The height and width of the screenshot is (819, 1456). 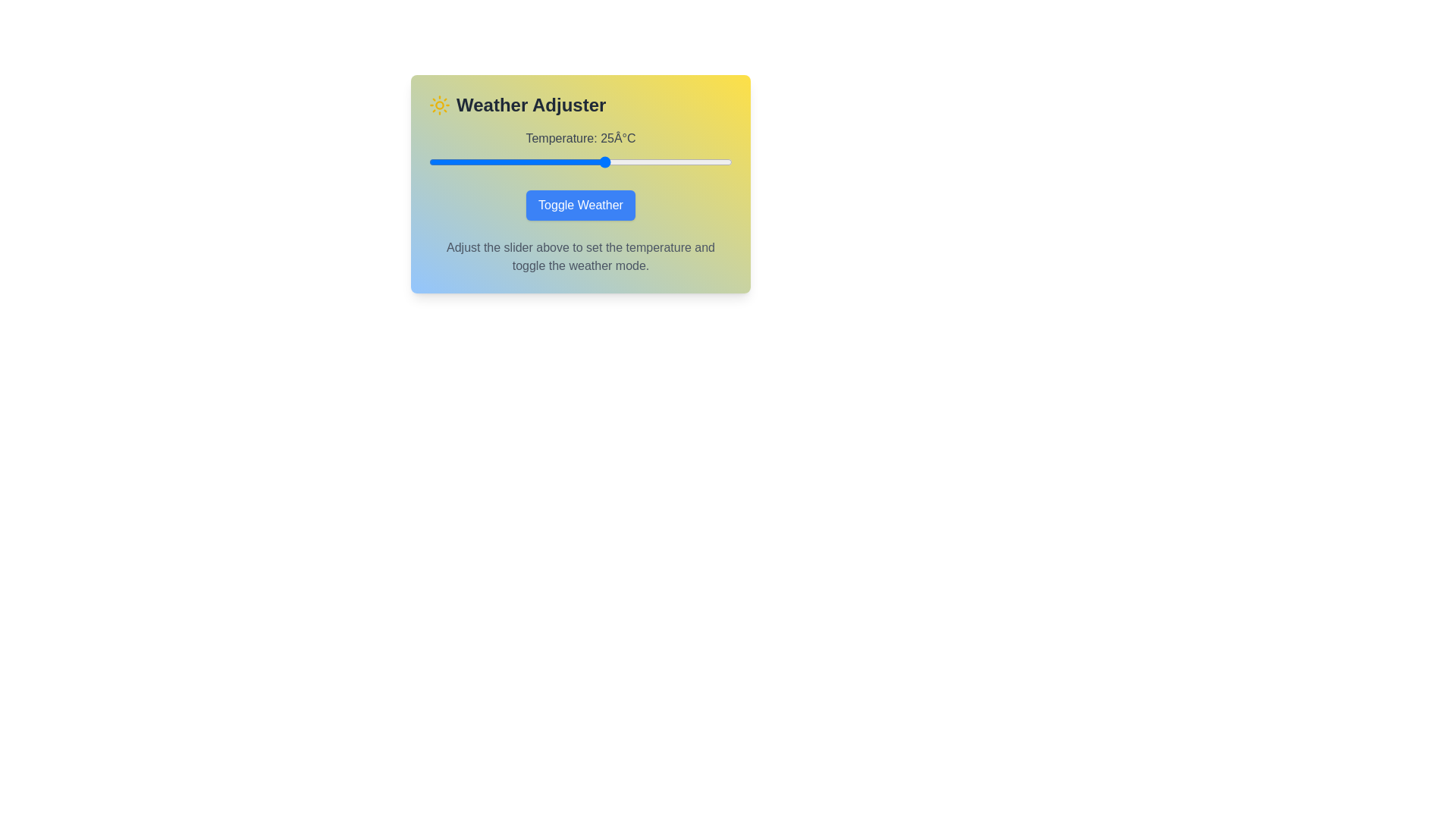 I want to click on the temperature slider to set the temperature to 45°C, so click(x=706, y=162).